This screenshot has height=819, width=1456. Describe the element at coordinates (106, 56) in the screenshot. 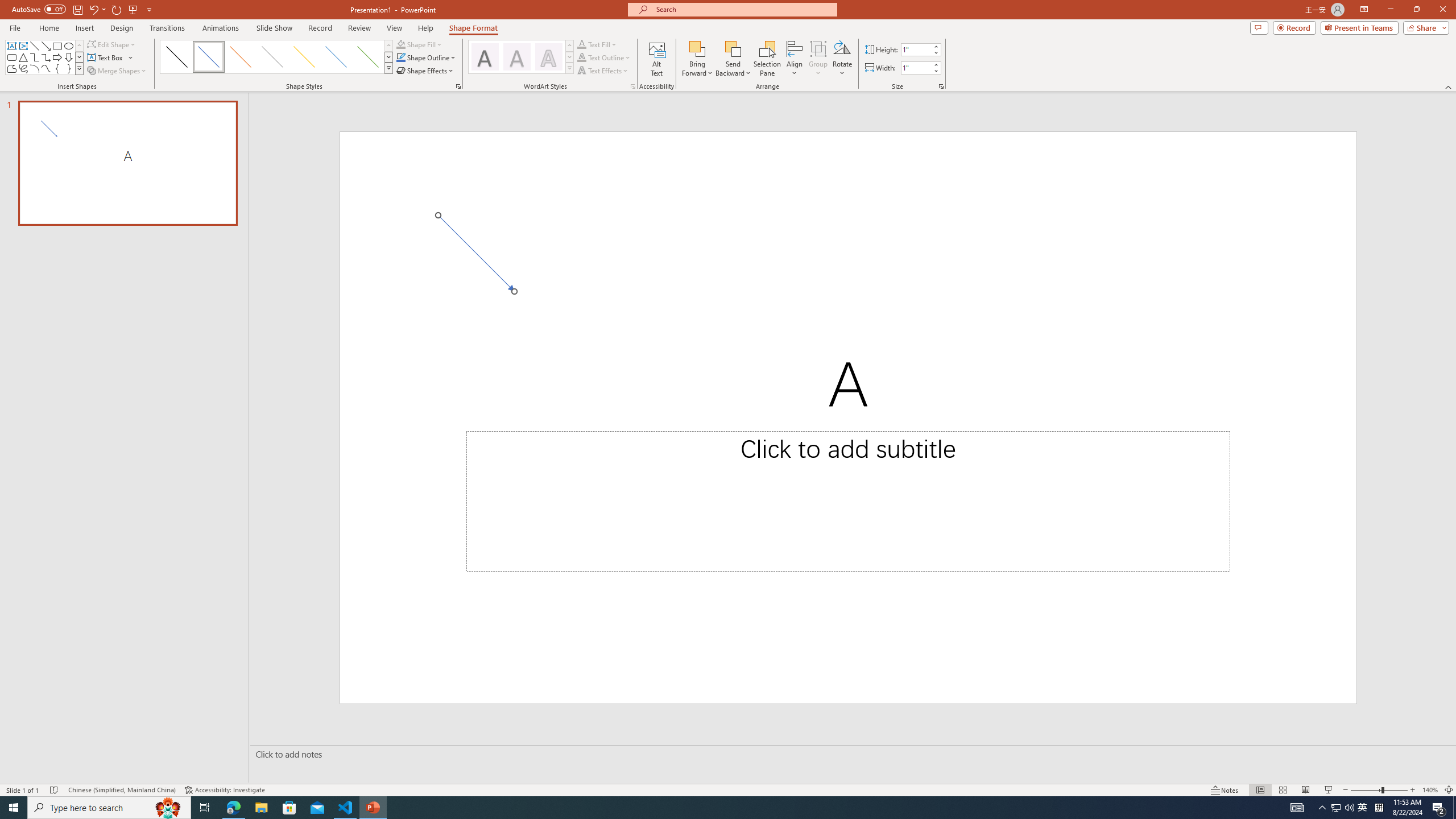

I see `'Draw Horizontal Text Box'` at that location.